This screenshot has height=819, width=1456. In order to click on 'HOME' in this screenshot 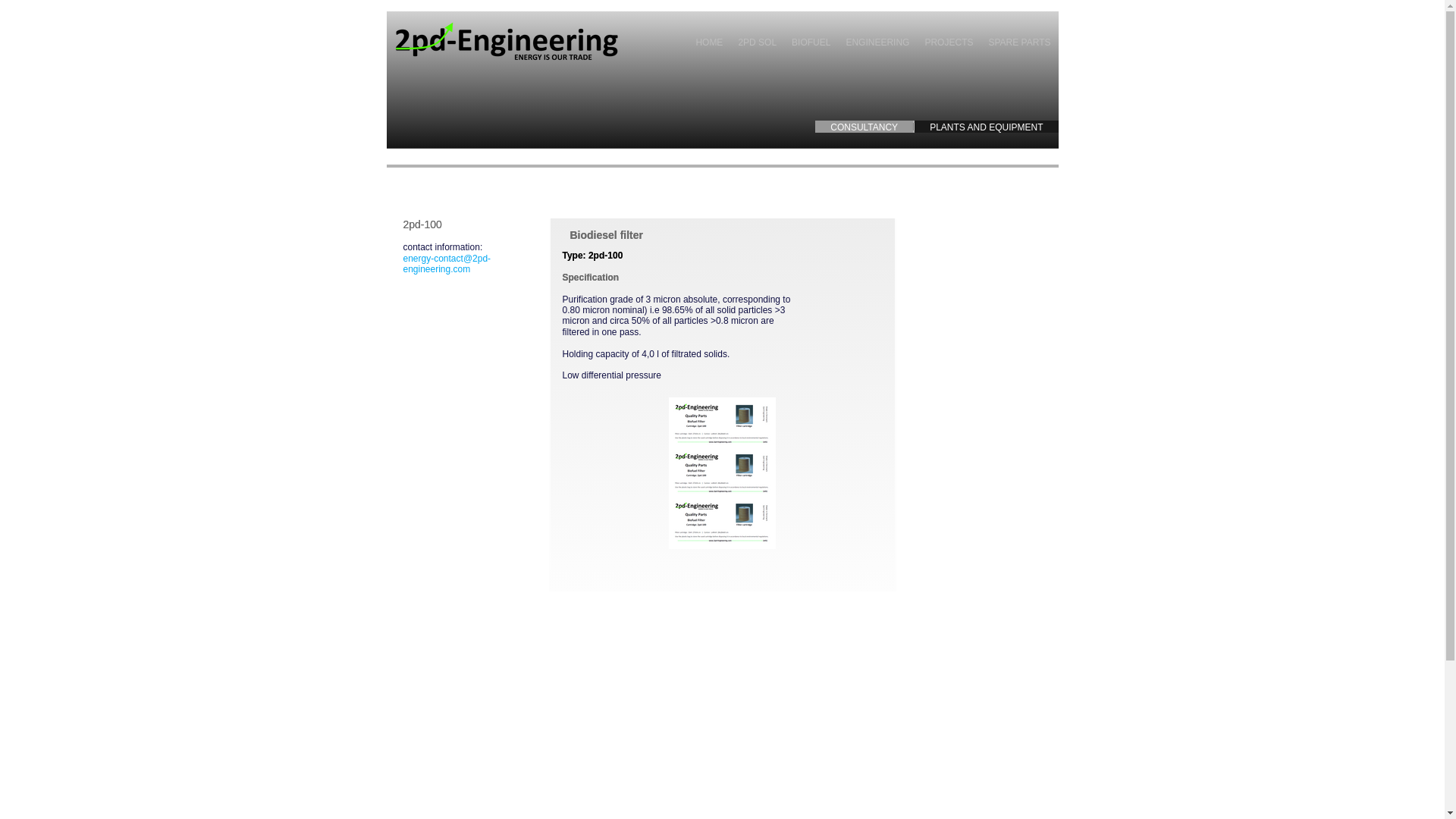, I will do `click(708, 42)`.